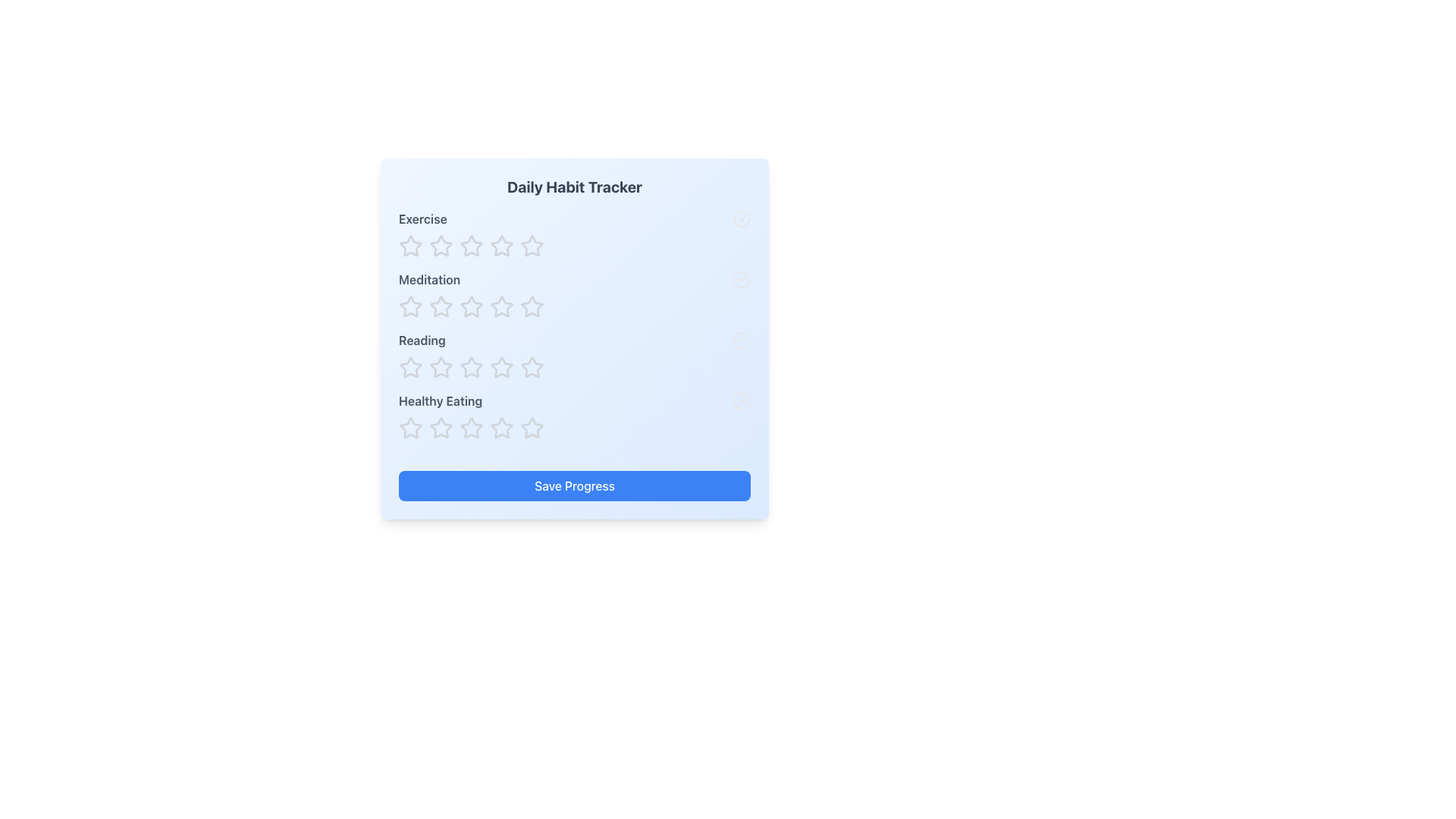  What do you see at coordinates (471, 367) in the screenshot?
I see `the third star-shaped icon in the 5-star rating system for keyboard interaction in the 'Reading' section of the habit tracker interface` at bounding box center [471, 367].